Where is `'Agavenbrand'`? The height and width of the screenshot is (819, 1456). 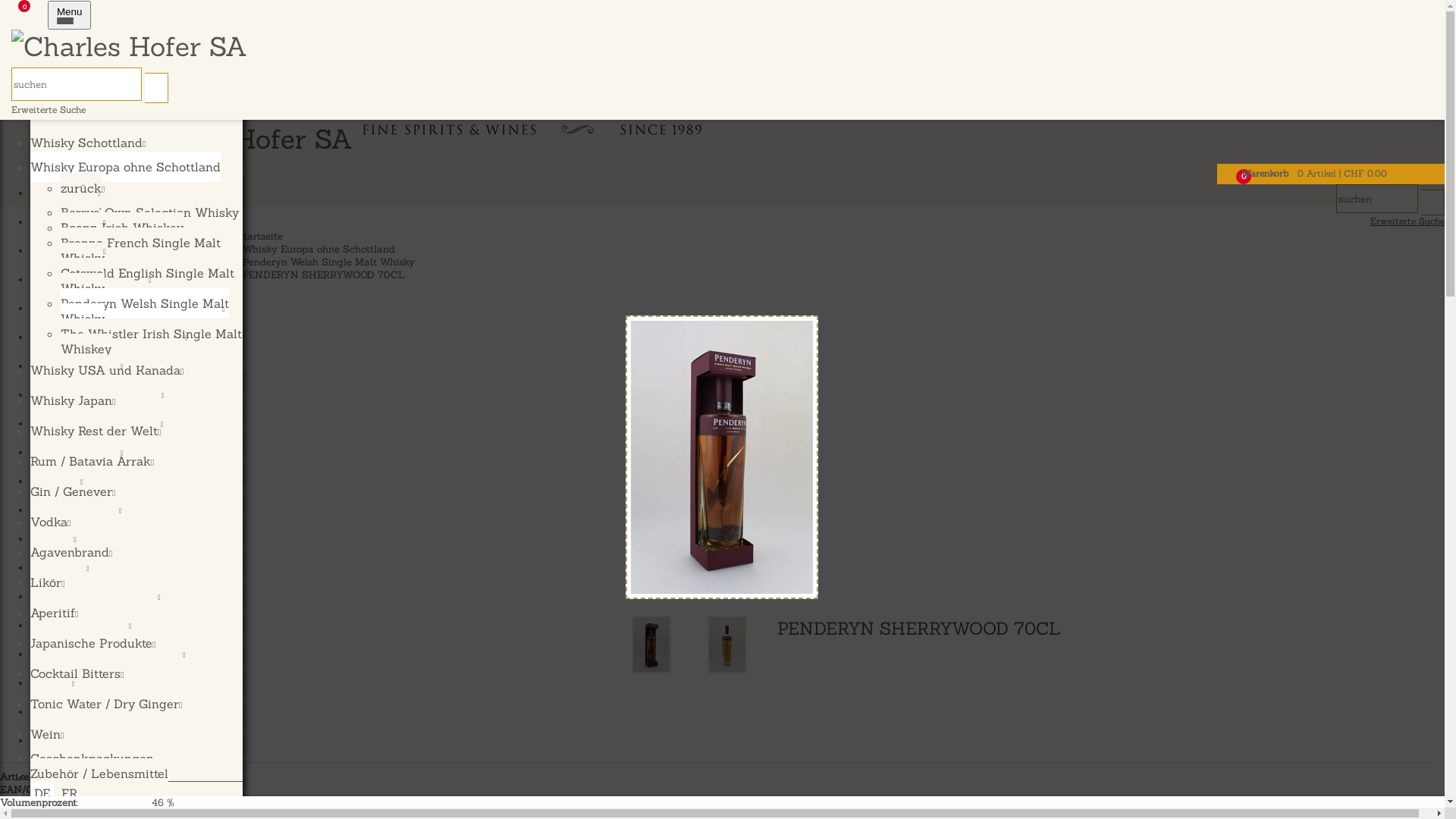
'Agavenbrand' is located at coordinates (71, 552).